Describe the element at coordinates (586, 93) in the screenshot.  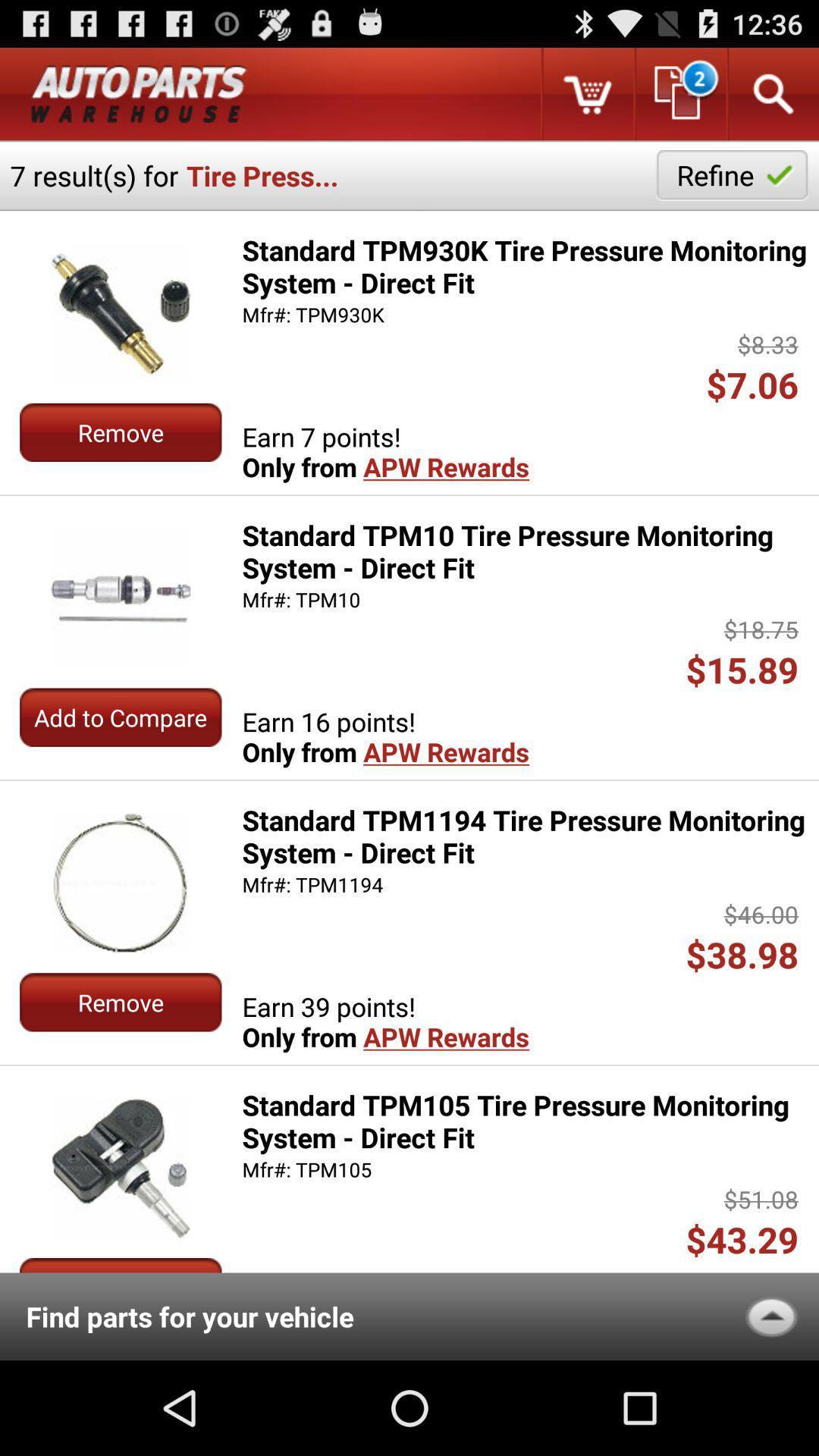
I see `open cart` at that location.